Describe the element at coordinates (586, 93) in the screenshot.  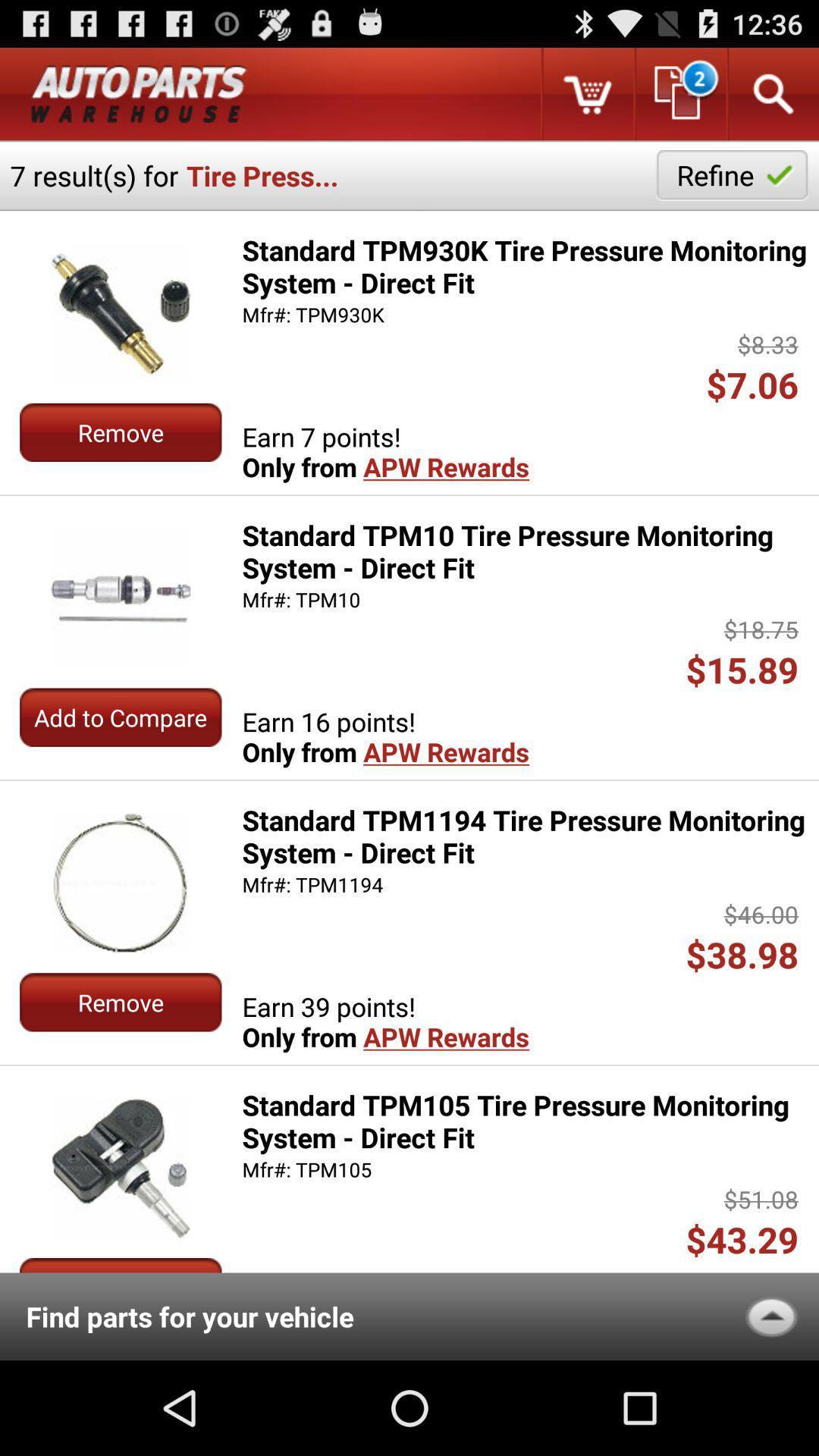
I see `open cart` at that location.